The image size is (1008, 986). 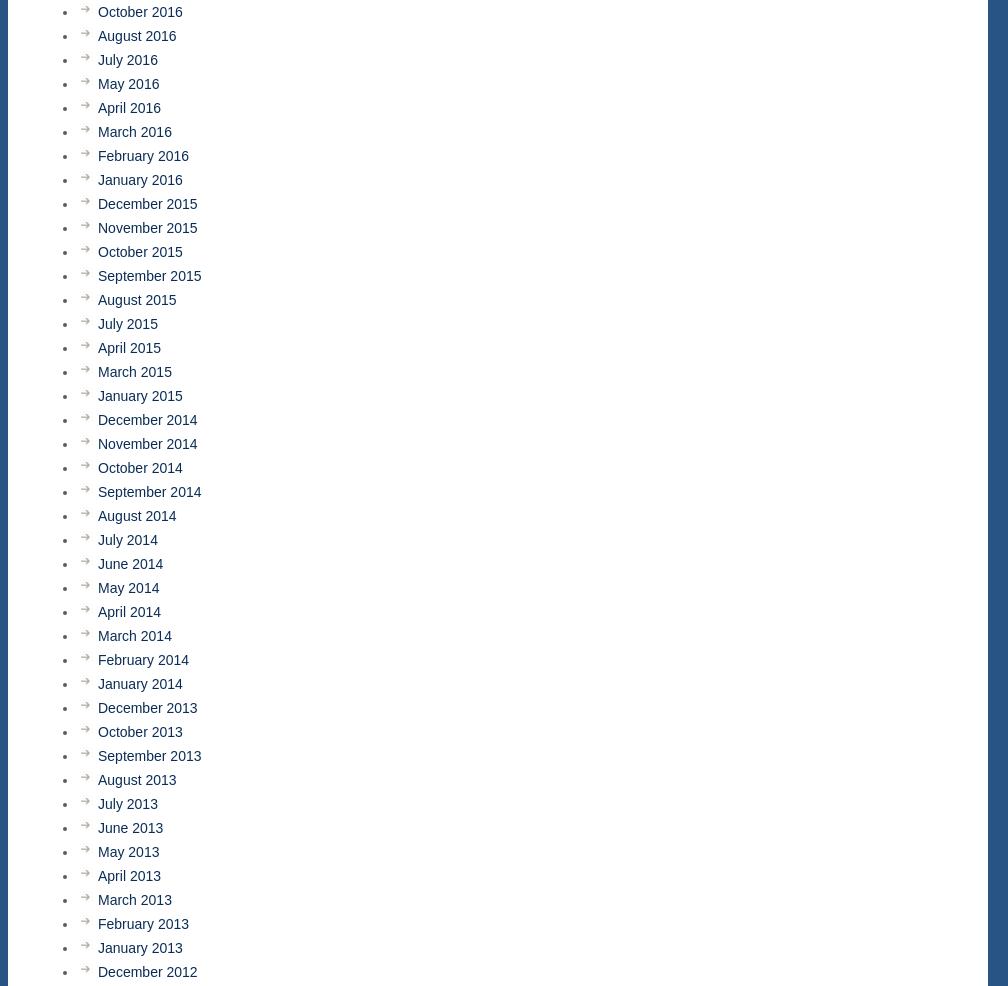 I want to click on 'July 2015', so click(x=127, y=323).